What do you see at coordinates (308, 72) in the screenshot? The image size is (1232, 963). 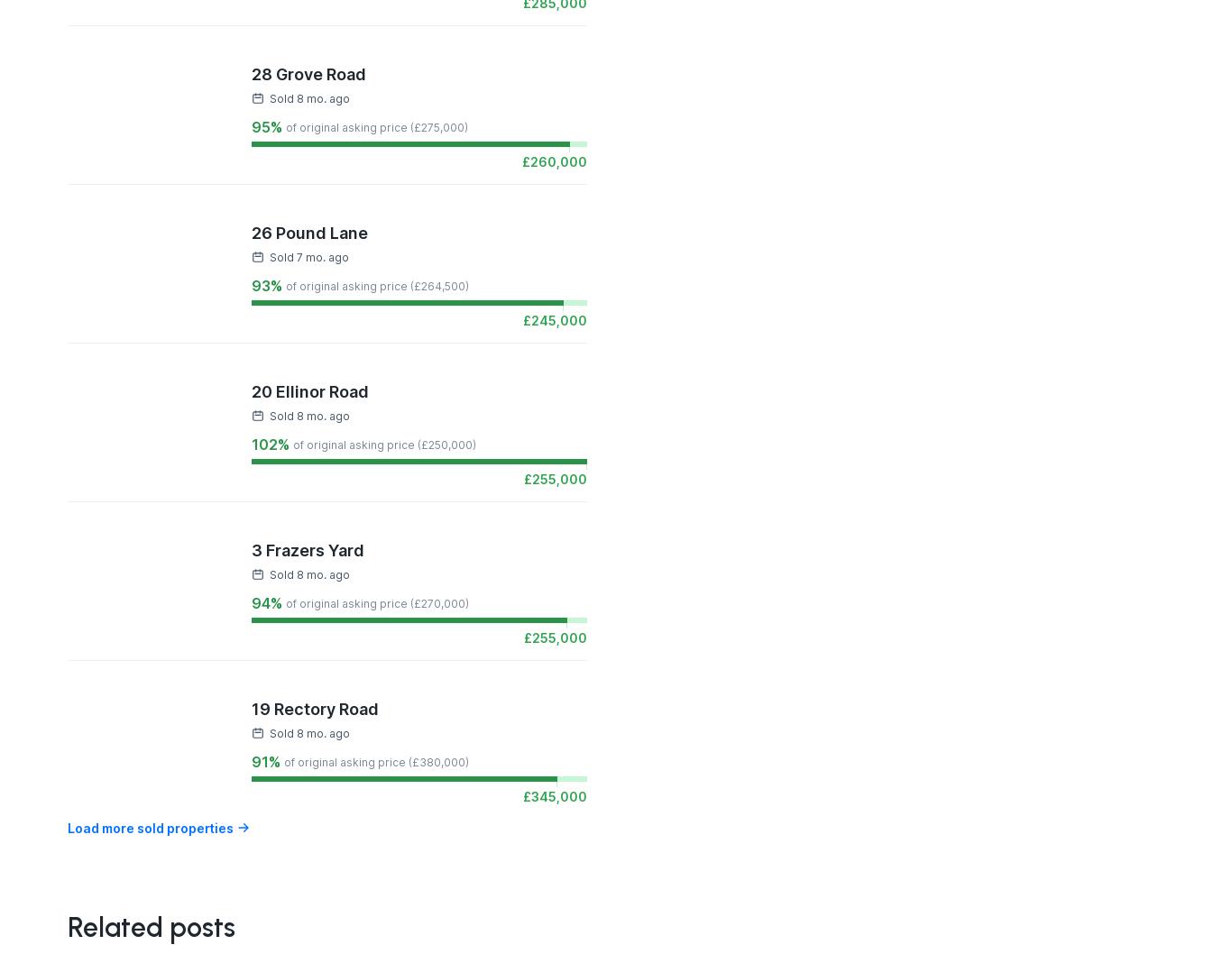 I see `'28 Grove Road'` at bounding box center [308, 72].